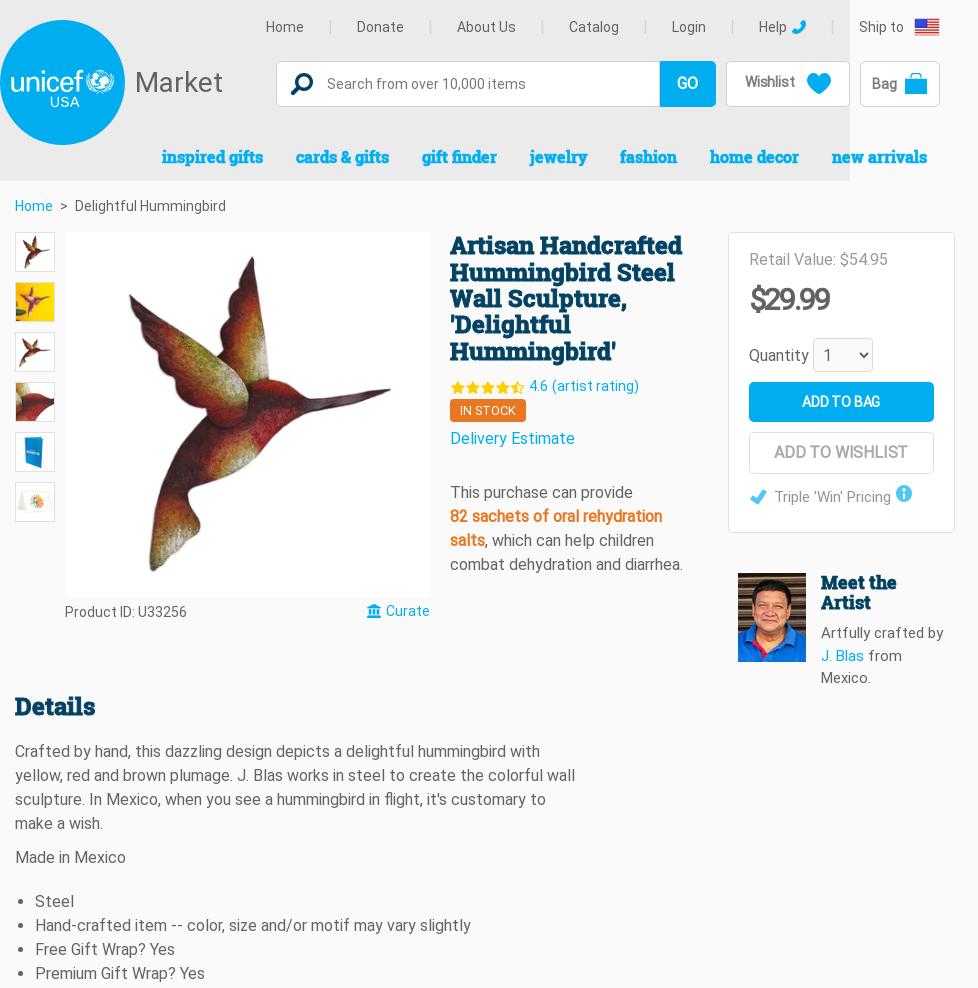 Image resolution: width=978 pixels, height=988 pixels. I want to click on 'Artisan Handcrafted Hummingbird Steel Wall Sculpture, 'Delightful Hummingbird'', so click(565, 296).